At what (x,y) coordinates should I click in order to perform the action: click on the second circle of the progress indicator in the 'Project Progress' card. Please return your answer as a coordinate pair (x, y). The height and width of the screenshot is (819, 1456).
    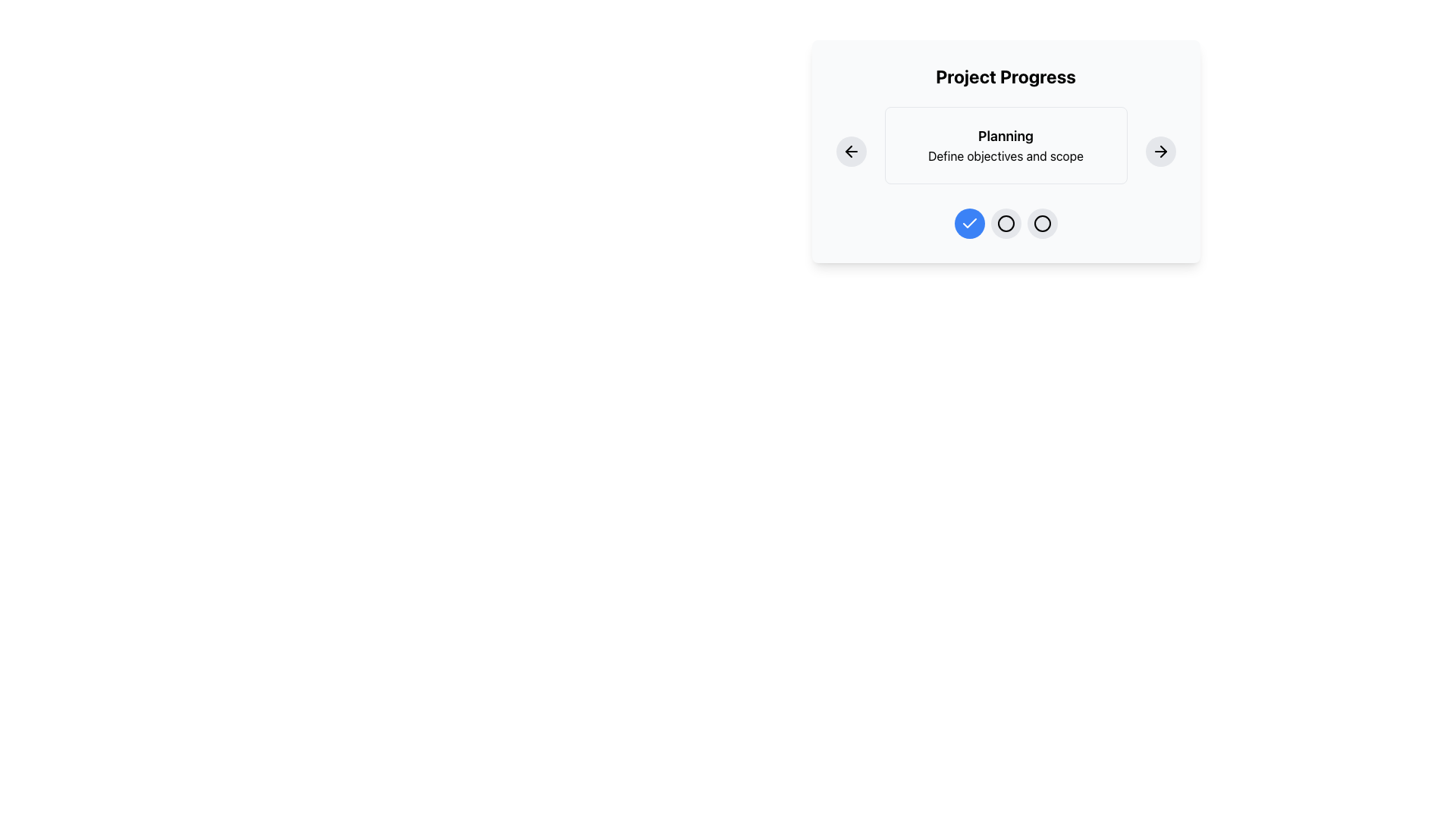
    Looking at the image, I should click on (1006, 223).